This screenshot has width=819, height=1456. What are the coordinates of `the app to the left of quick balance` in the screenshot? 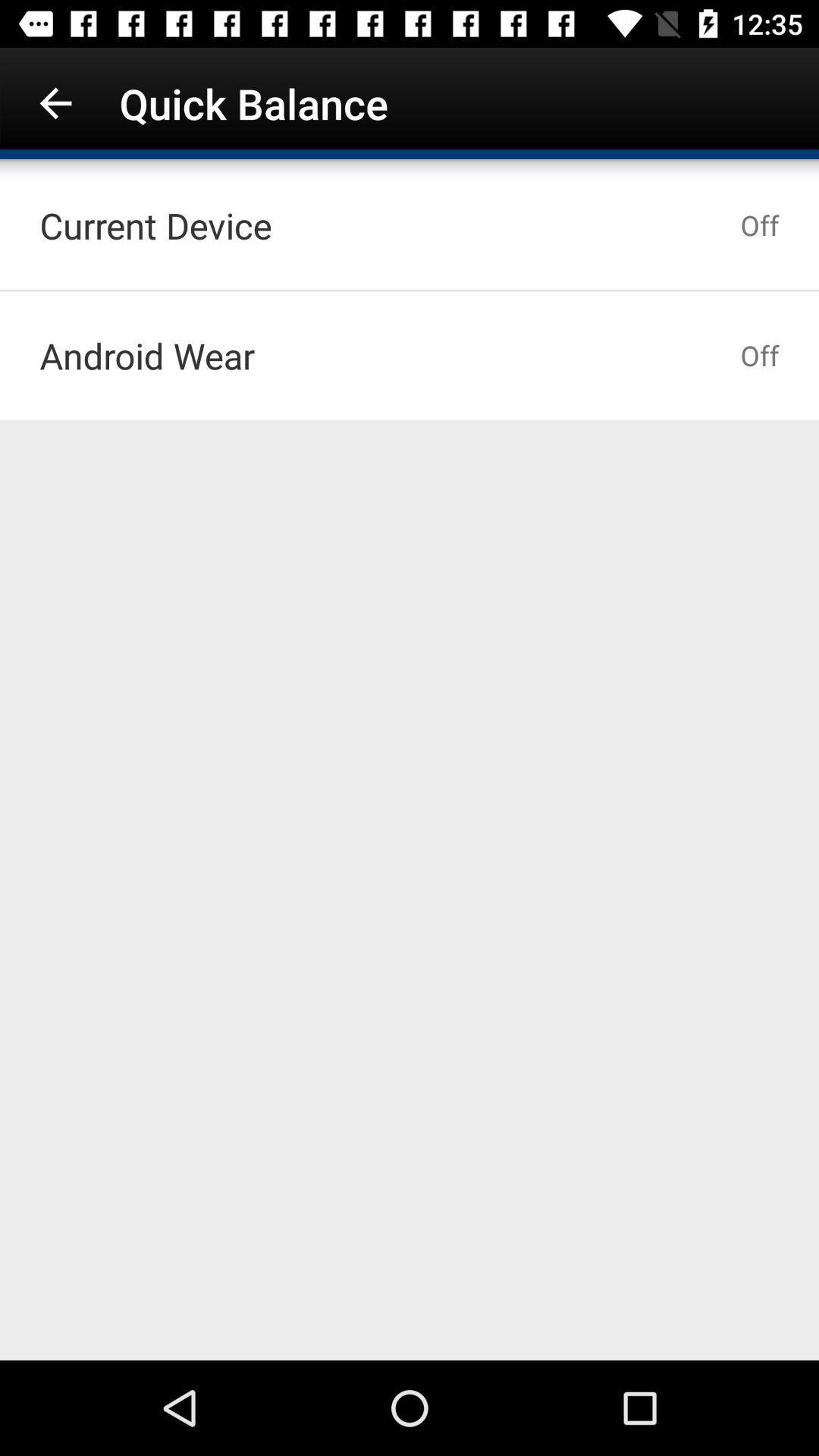 It's located at (55, 102).